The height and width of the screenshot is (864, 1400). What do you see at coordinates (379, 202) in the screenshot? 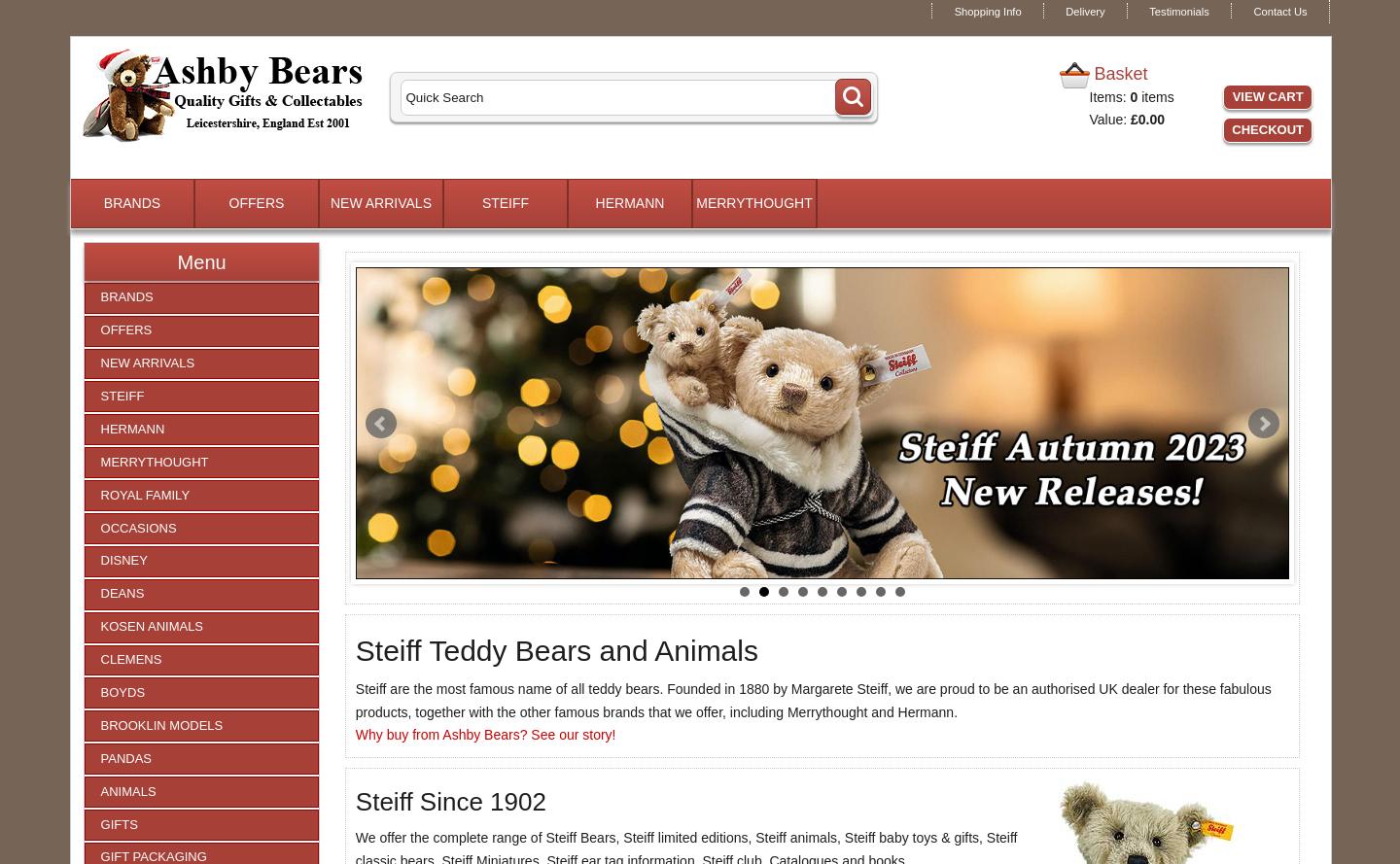
I see `'NEW ARRIVALS'` at bounding box center [379, 202].